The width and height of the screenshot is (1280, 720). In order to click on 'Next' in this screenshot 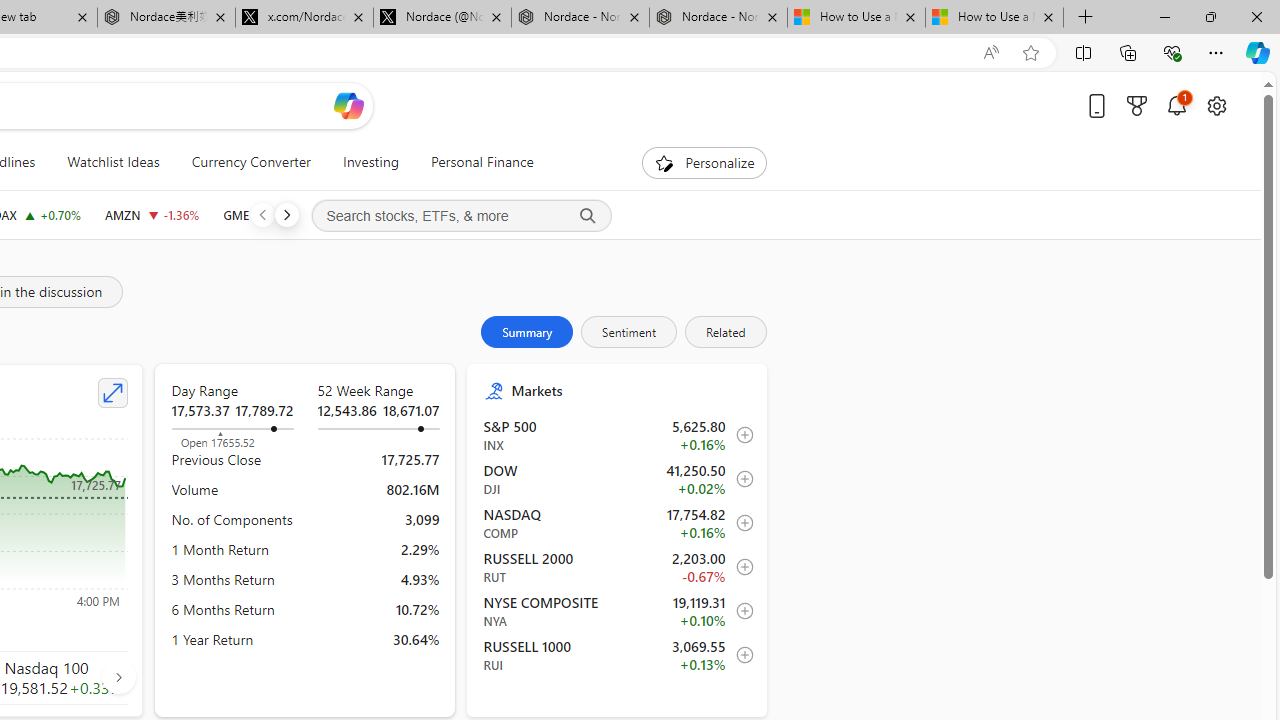, I will do `click(285, 214)`.